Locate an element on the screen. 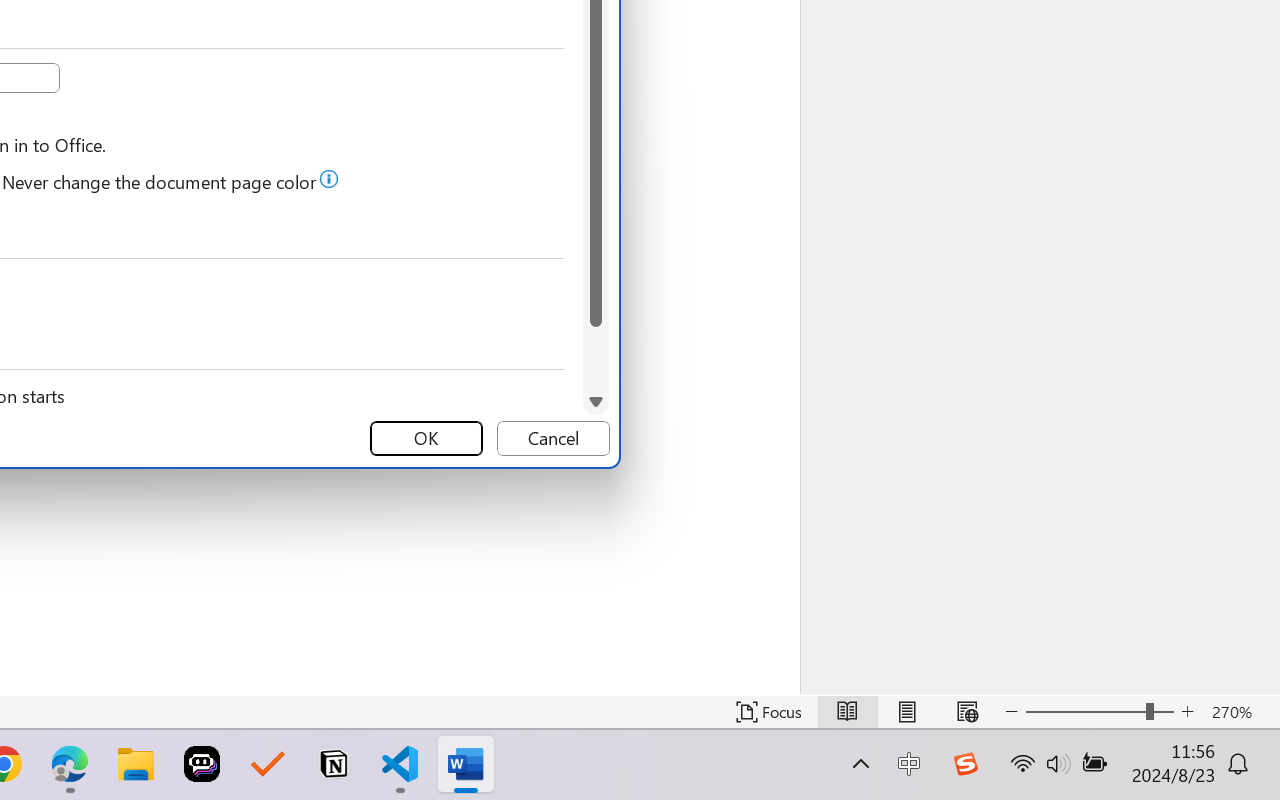 The height and width of the screenshot is (800, 1280). 'Line down' is located at coordinates (594, 401).